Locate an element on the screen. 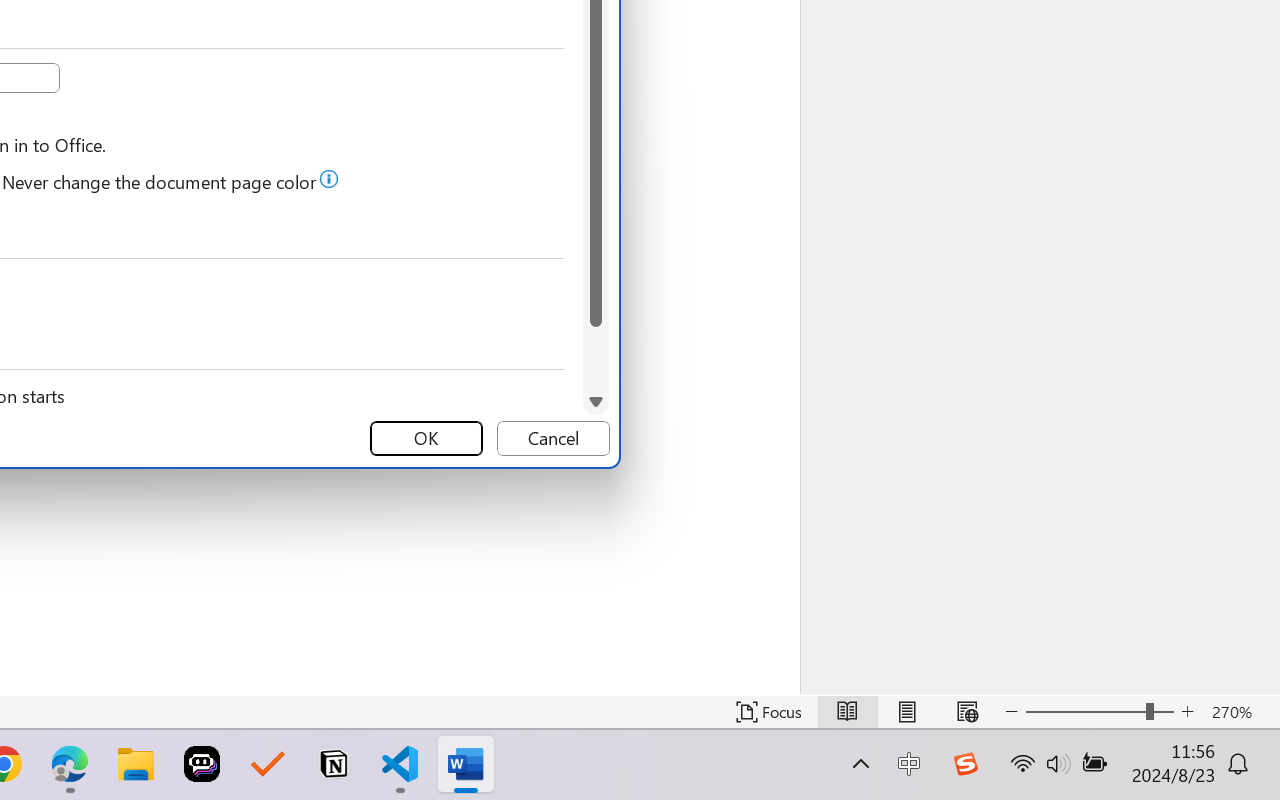 The height and width of the screenshot is (800, 1280). 'Line down' is located at coordinates (594, 401).